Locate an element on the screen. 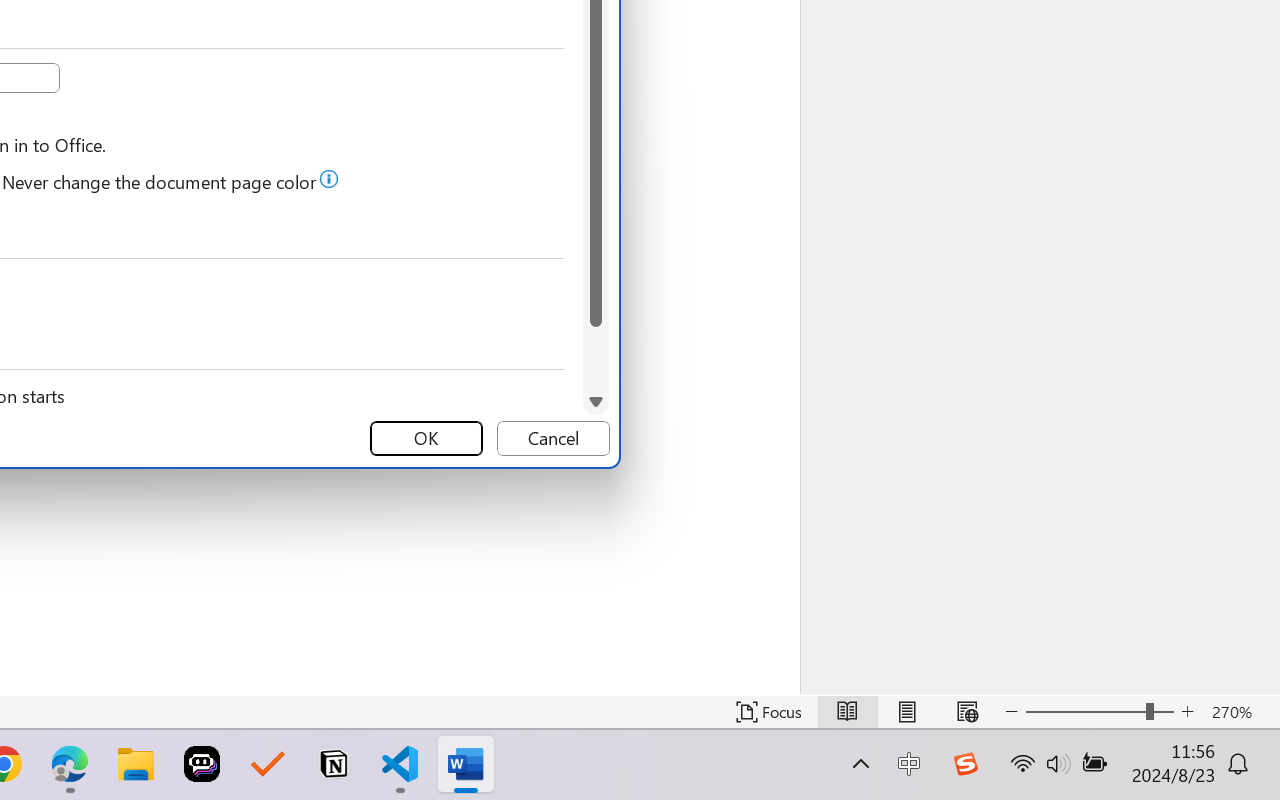 The height and width of the screenshot is (800, 1280). 'Line down' is located at coordinates (594, 401).